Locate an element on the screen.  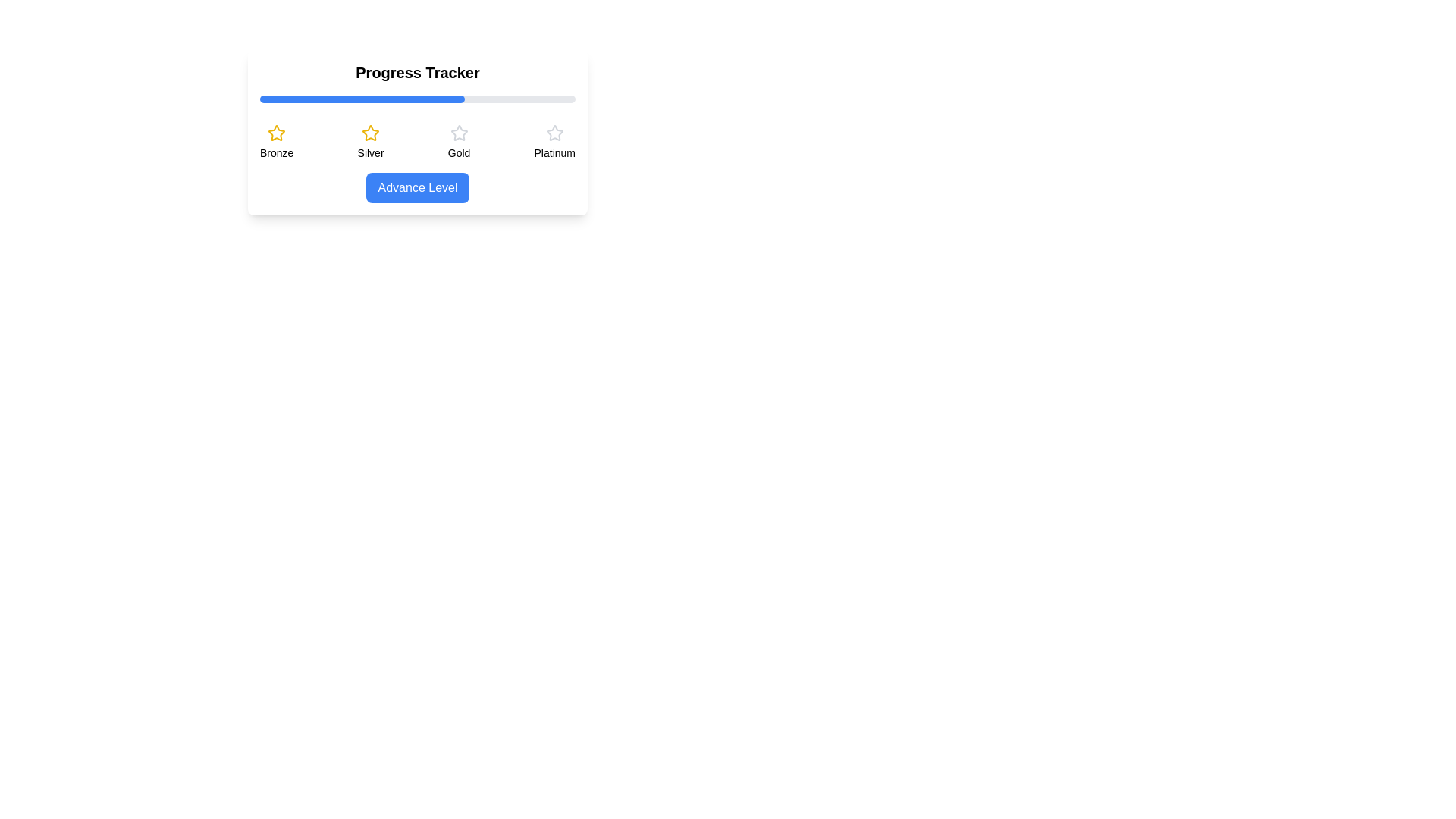
the static progress indicator that visually represents 65% completion, located above the 'Advance Level' button and below the 'Progress Tracker' label is located at coordinates (362, 99).